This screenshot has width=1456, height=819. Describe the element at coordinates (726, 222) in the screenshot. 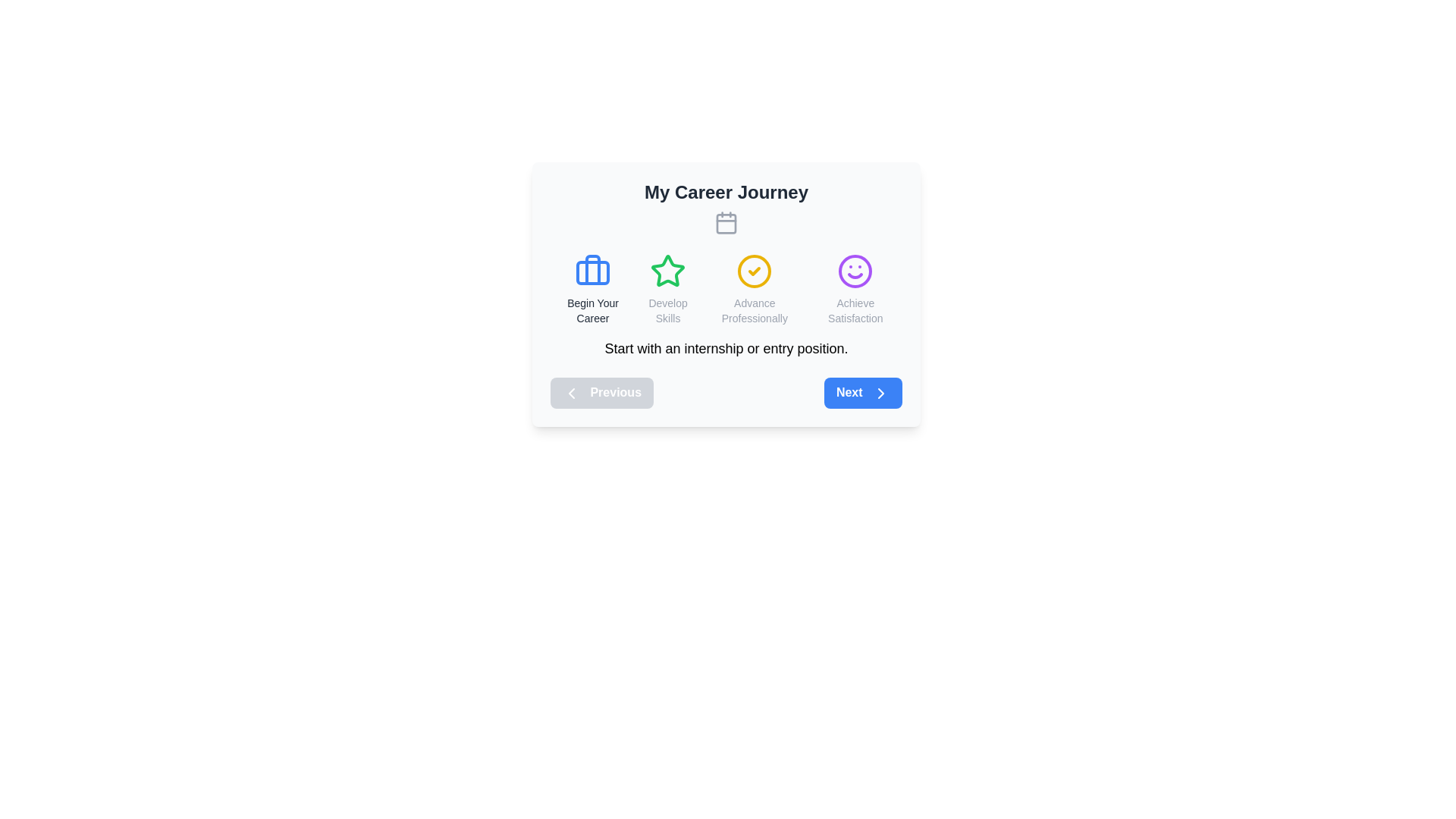

I see `the calendar icon with a gray outline, located below 'My Career Journey' and above the text buttons, which is the second icon from the left in a sequence of career stage icons` at that location.